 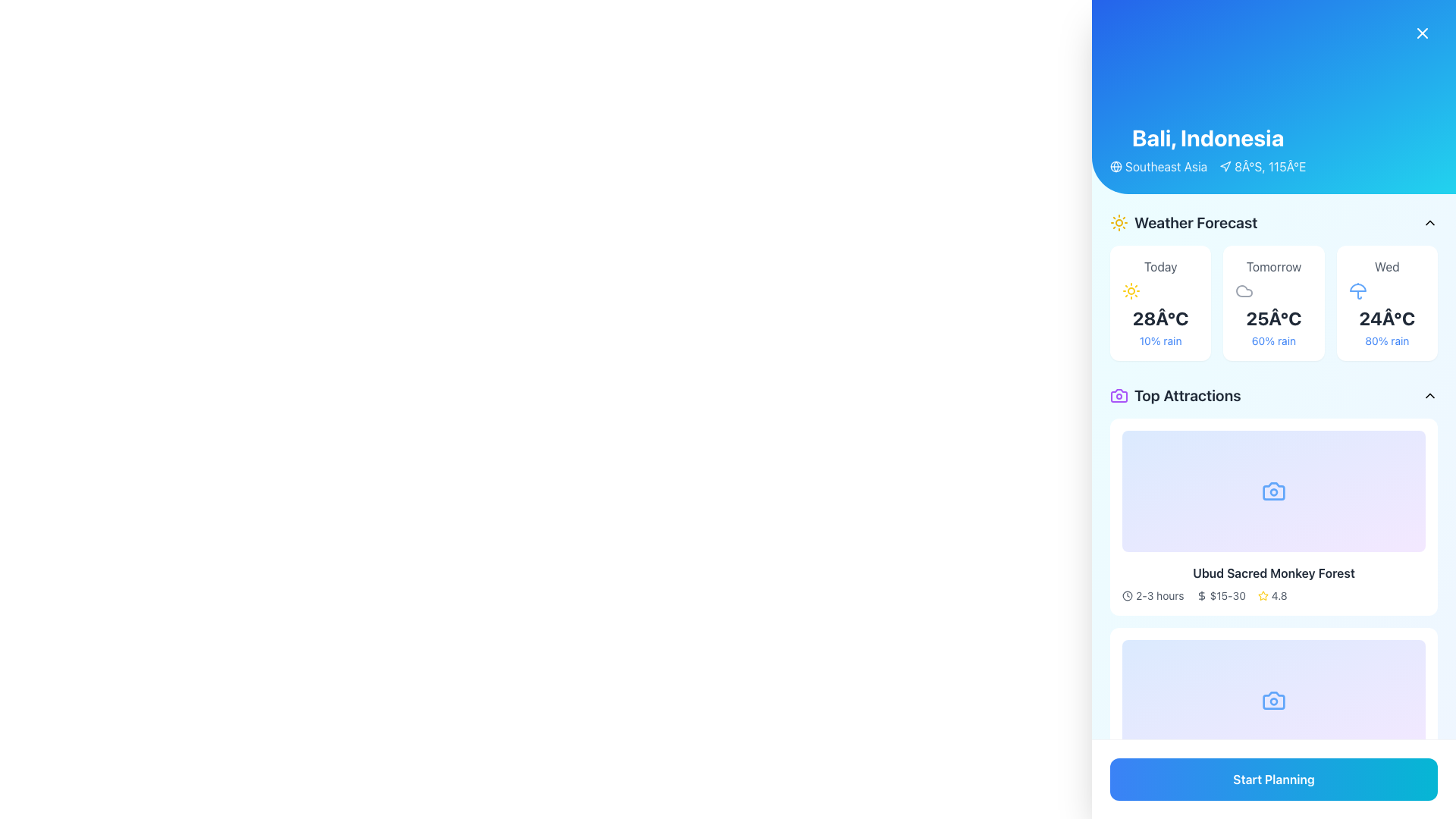 I want to click on the star icon used for rating the attraction 'Ubud Sacred Monkey Forest' to indicate preference, so click(x=1263, y=595).